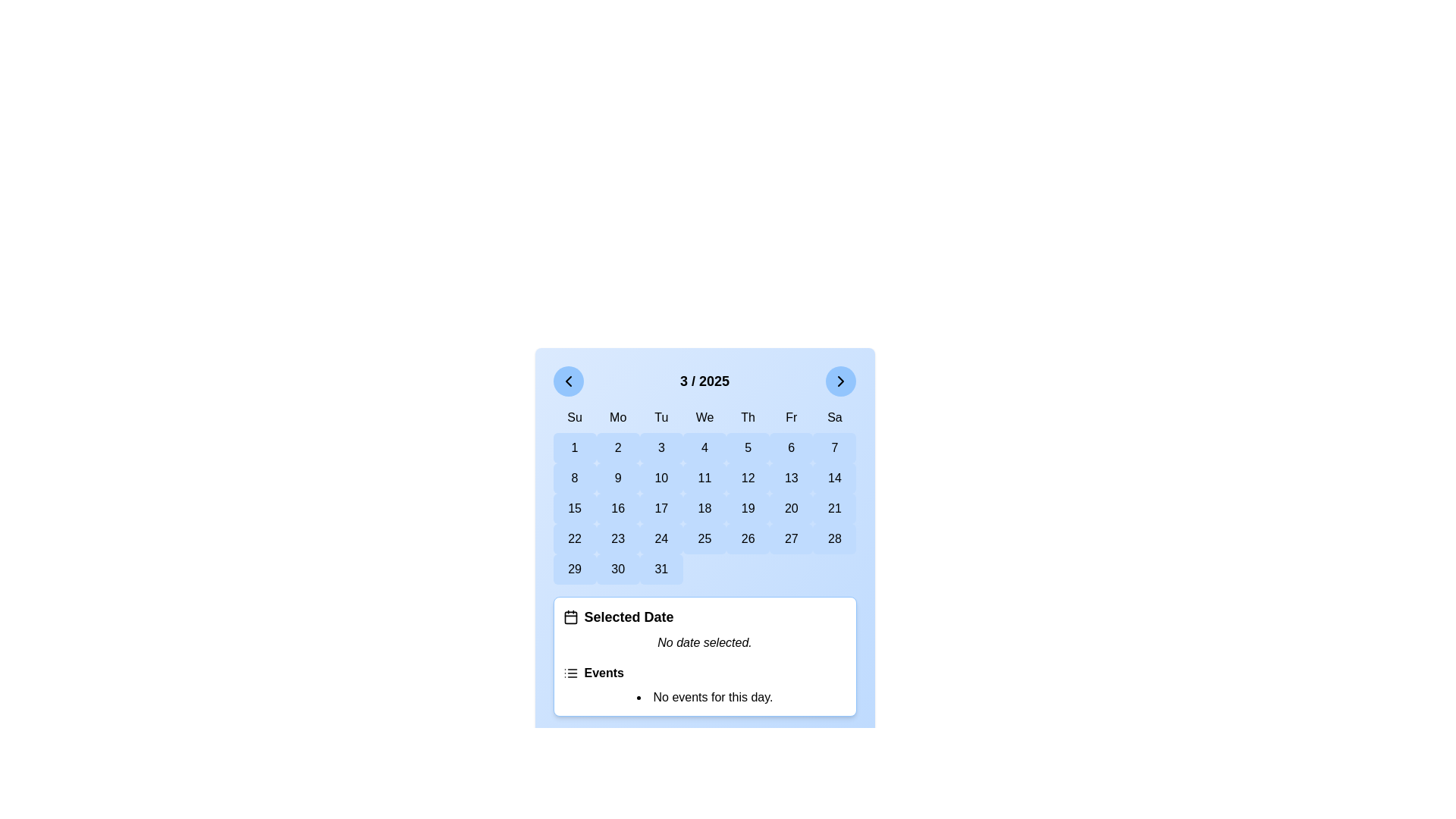  What do you see at coordinates (833, 479) in the screenshot?
I see `the square button displaying '14' with a light blue background, located` at bounding box center [833, 479].